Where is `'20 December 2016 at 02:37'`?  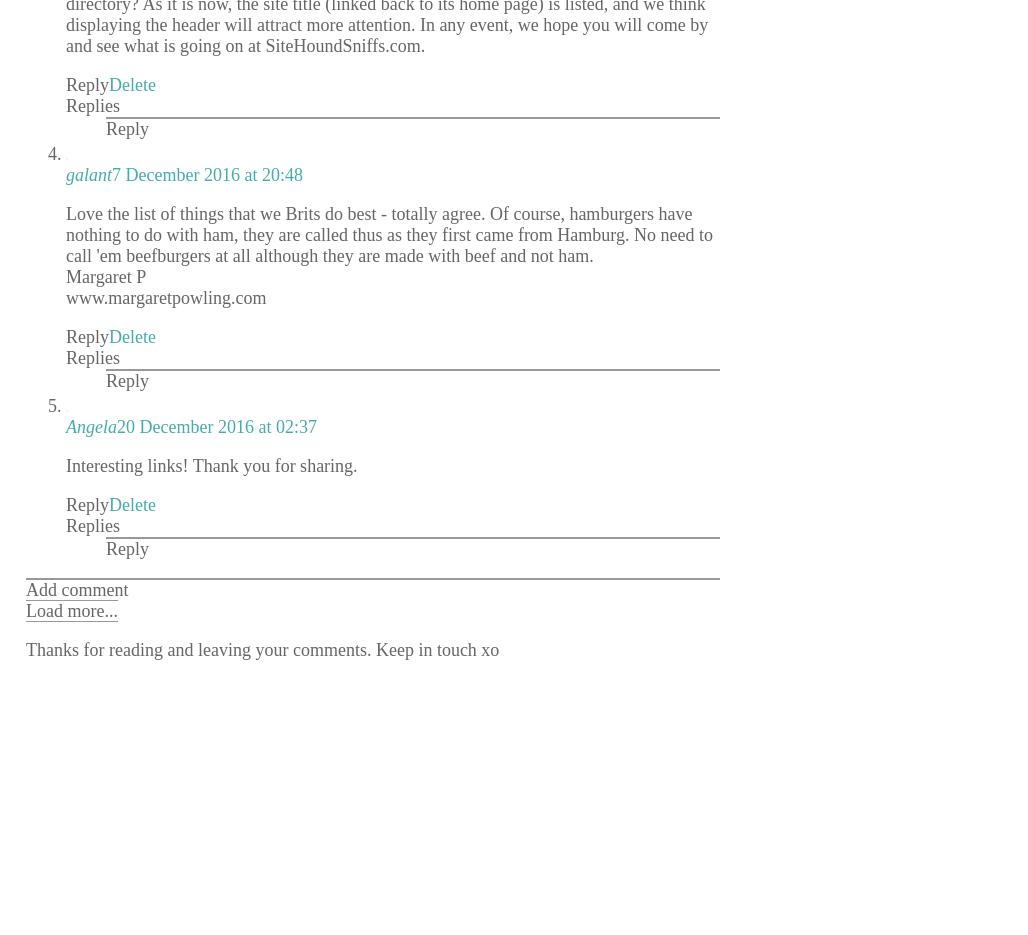
'20 December 2016 at 02:37' is located at coordinates (215, 425).